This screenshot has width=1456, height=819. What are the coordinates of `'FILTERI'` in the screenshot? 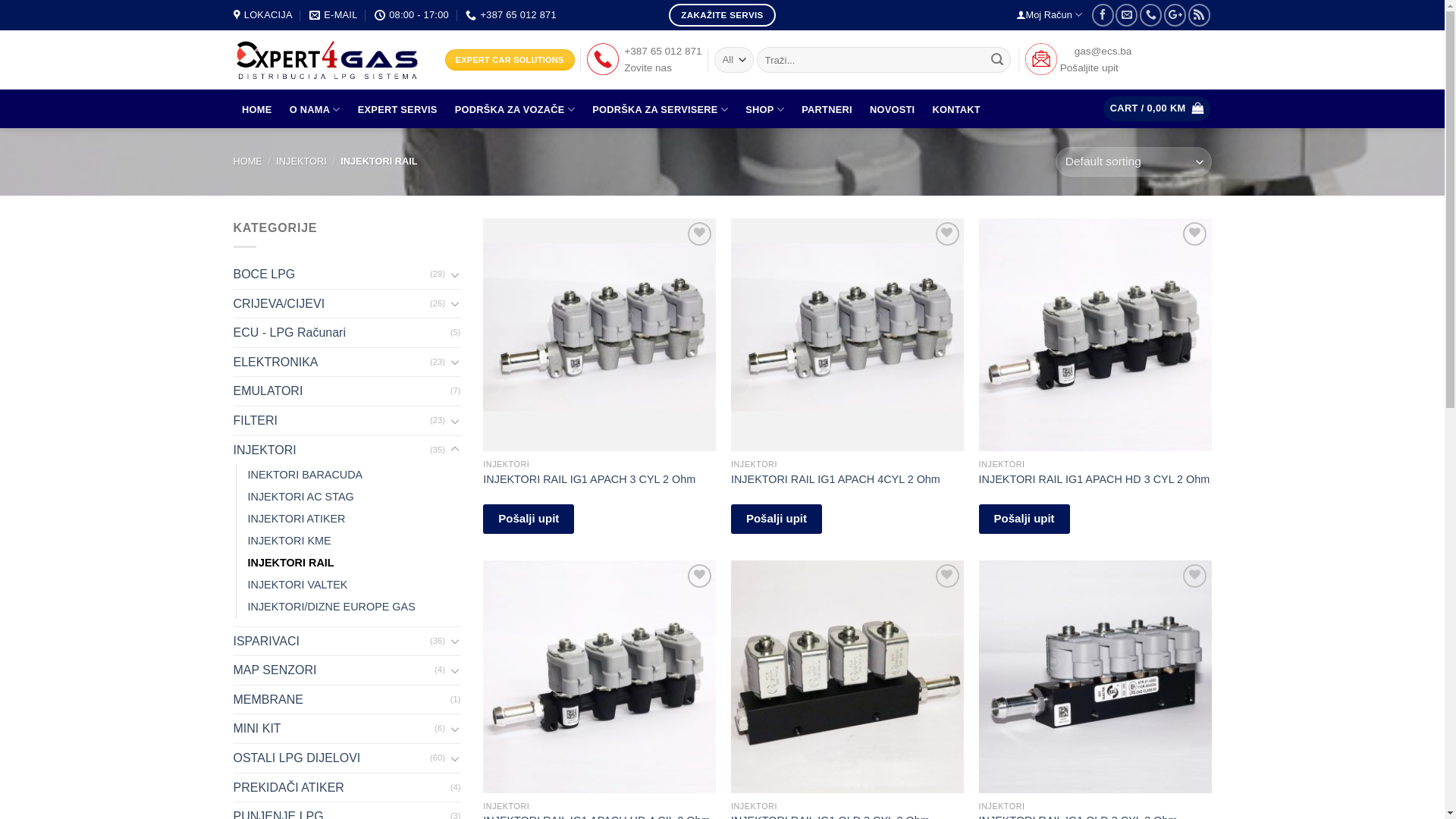 It's located at (331, 421).